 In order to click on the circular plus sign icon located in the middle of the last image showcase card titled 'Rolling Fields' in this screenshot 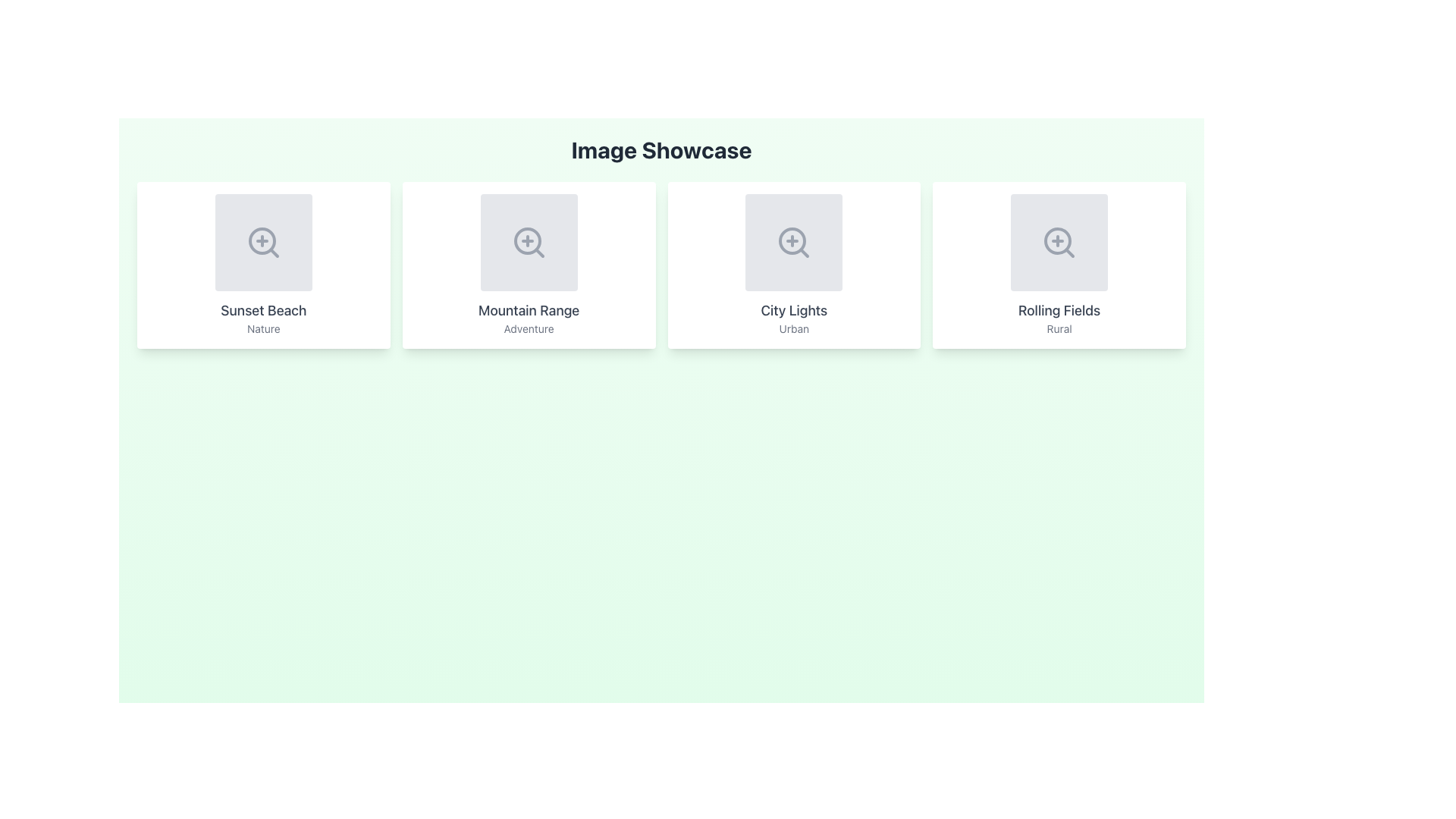, I will do `click(1057, 240)`.